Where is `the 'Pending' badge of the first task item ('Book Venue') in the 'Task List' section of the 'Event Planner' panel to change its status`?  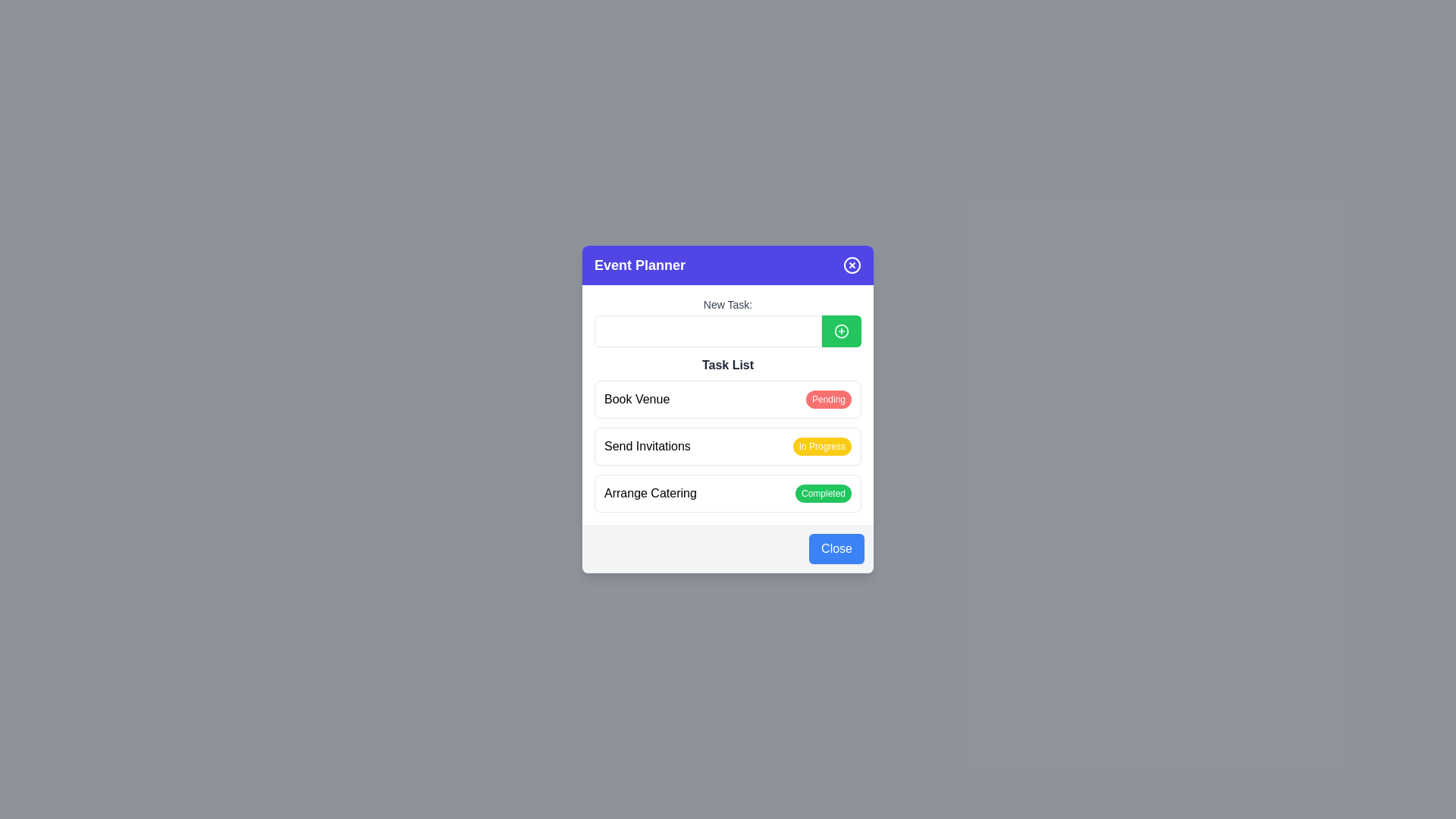
the 'Pending' badge of the first task item ('Book Venue') in the 'Task List' section of the 'Event Planner' panel to change its status is located at coordinates (728, 409).